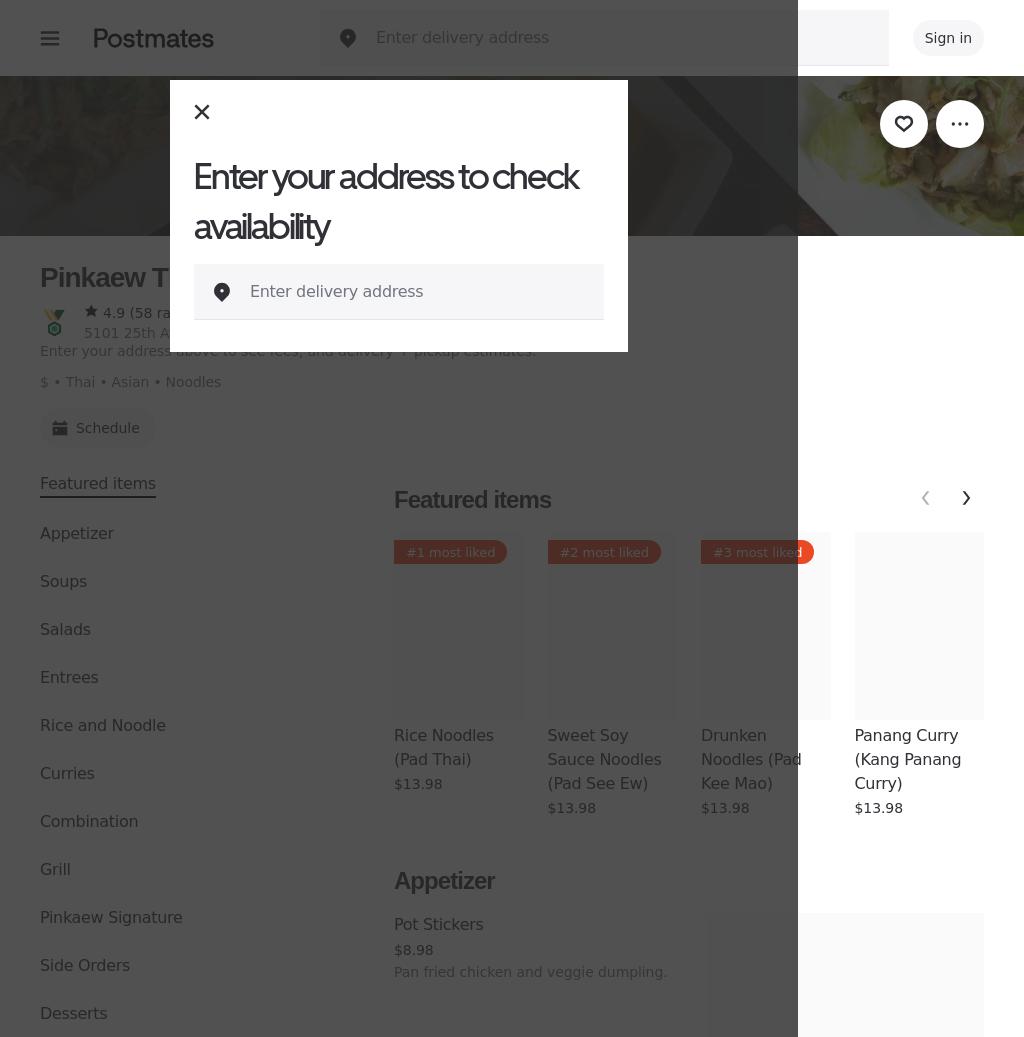 The image size is (1024, 1037). What do you see at coordinates (450, 552) in the screenshot?
I see `'#1 most liked'` at bounding box center [450, 552].